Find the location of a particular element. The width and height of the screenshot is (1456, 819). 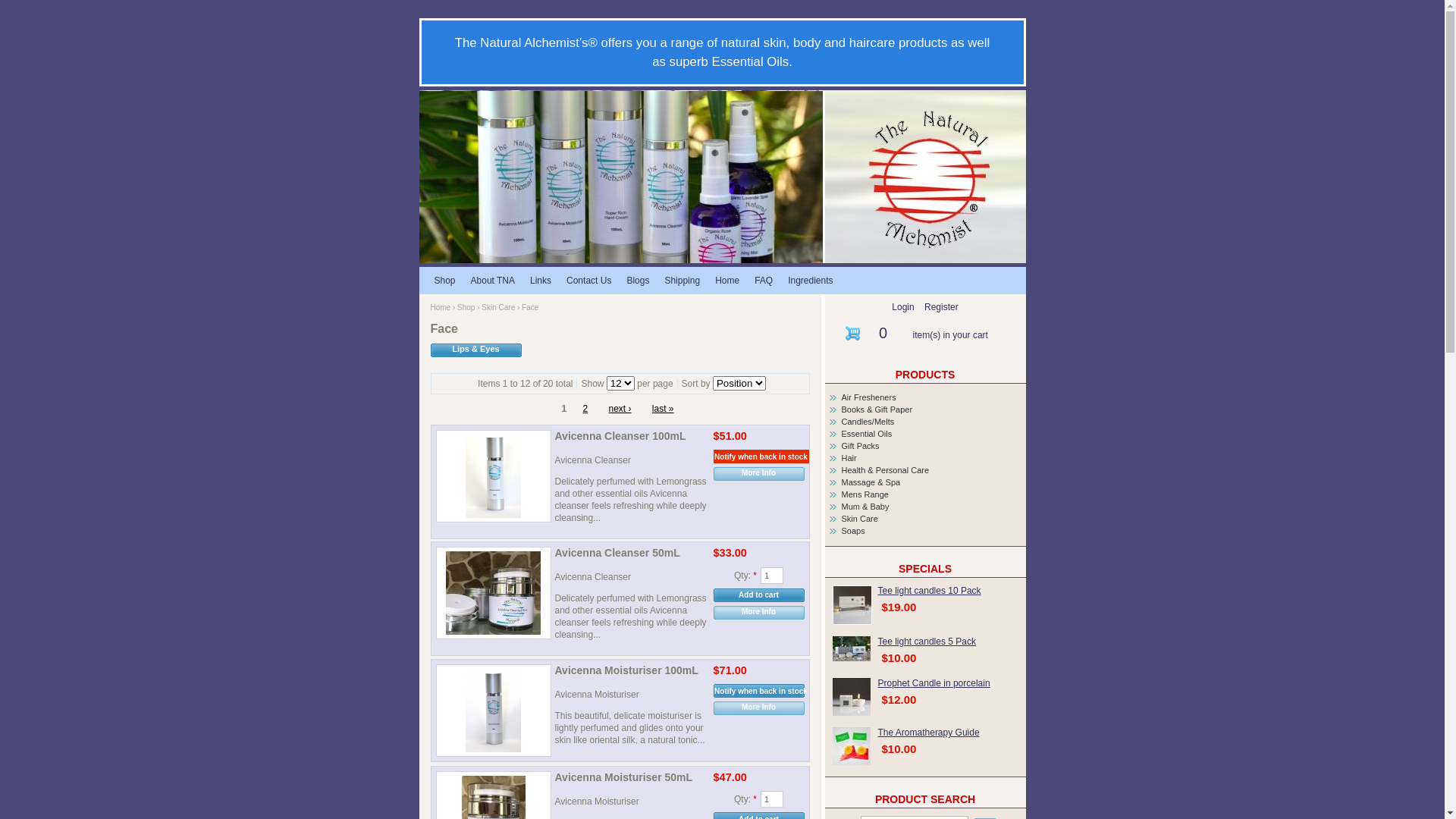

'Skin Care' is located at coordinates (480, 307).